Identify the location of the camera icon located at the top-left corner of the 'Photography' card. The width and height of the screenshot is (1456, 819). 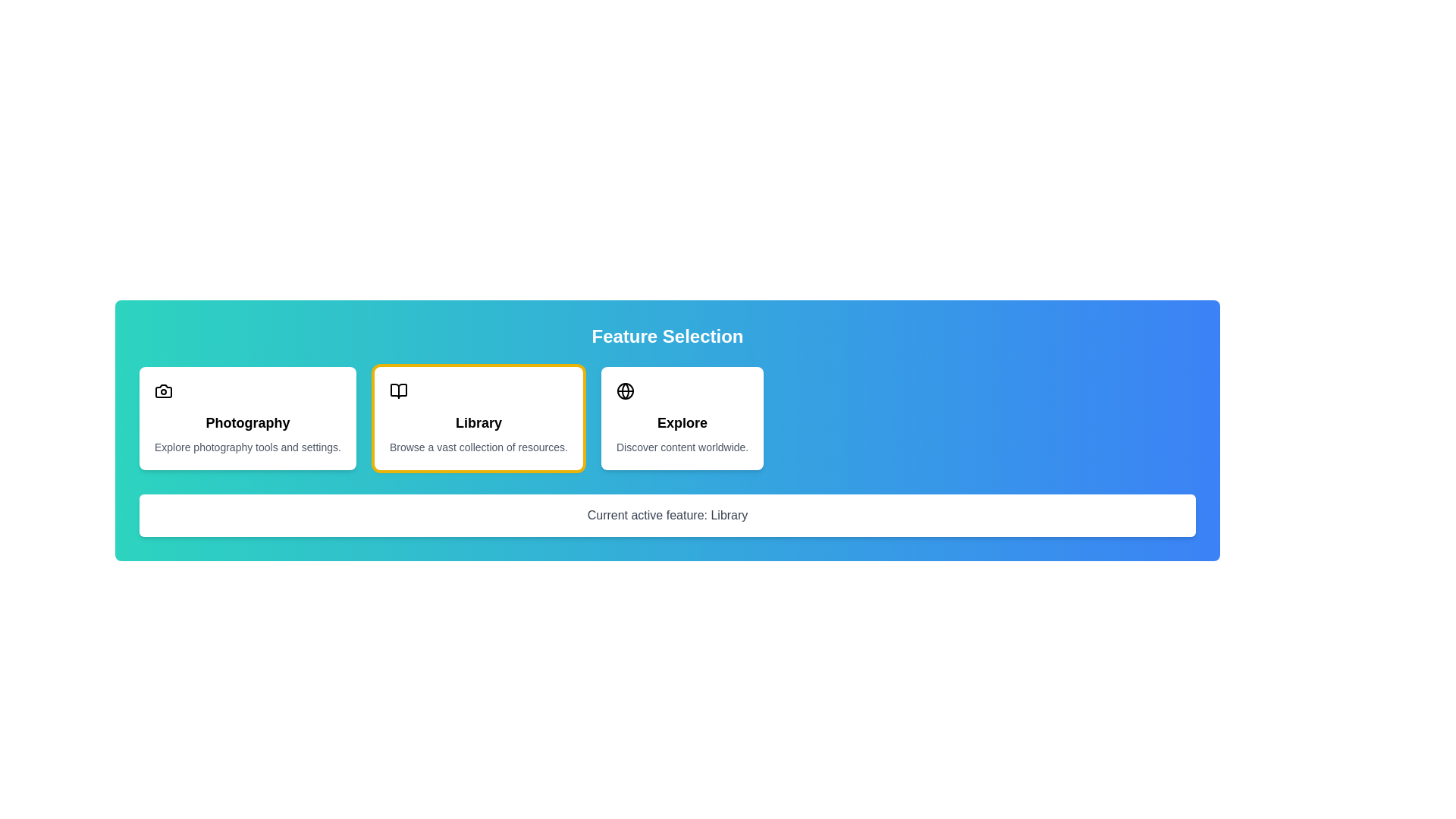
(164, 391).